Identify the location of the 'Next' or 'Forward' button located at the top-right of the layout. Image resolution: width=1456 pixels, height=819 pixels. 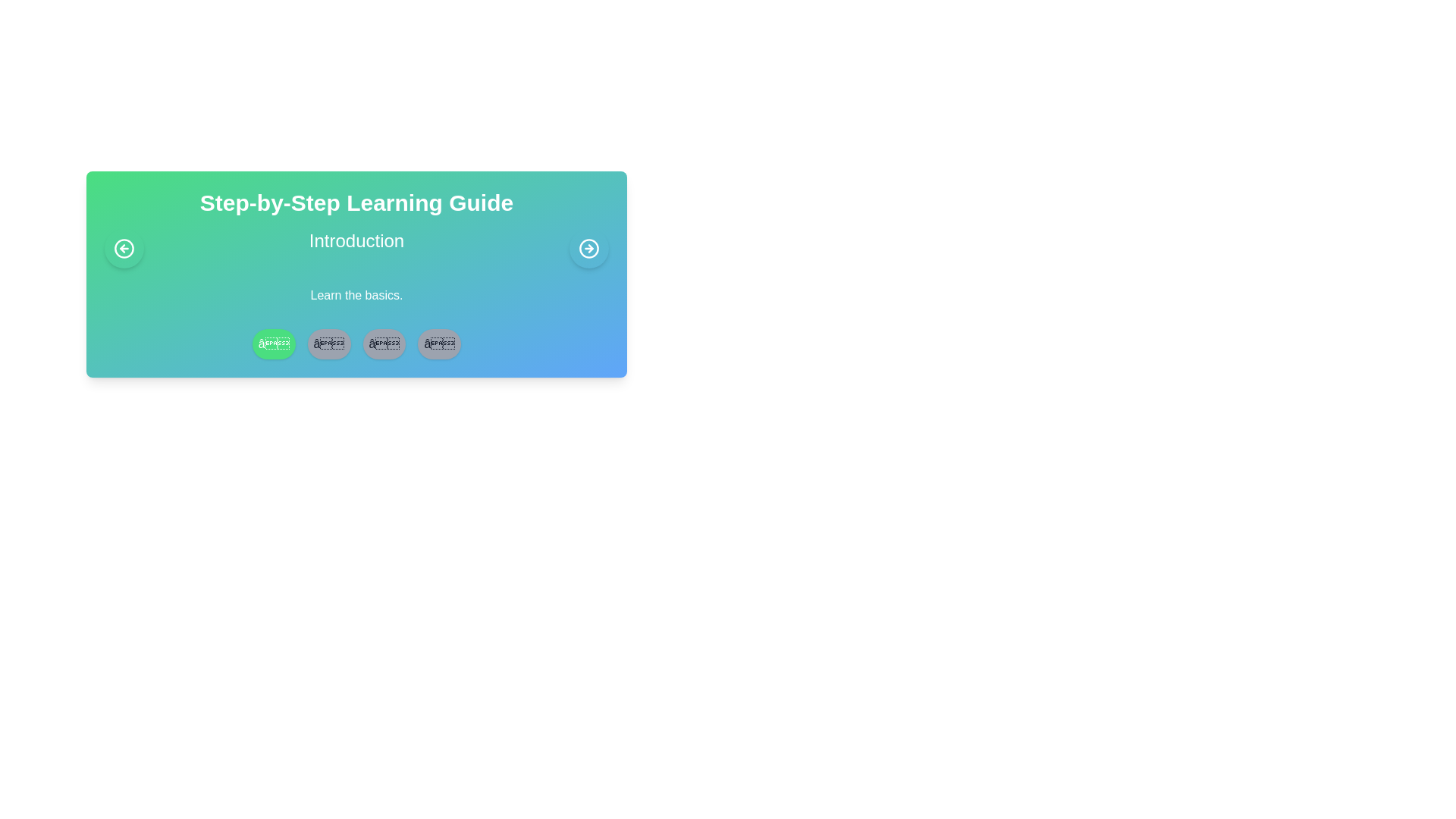
(588, 247).